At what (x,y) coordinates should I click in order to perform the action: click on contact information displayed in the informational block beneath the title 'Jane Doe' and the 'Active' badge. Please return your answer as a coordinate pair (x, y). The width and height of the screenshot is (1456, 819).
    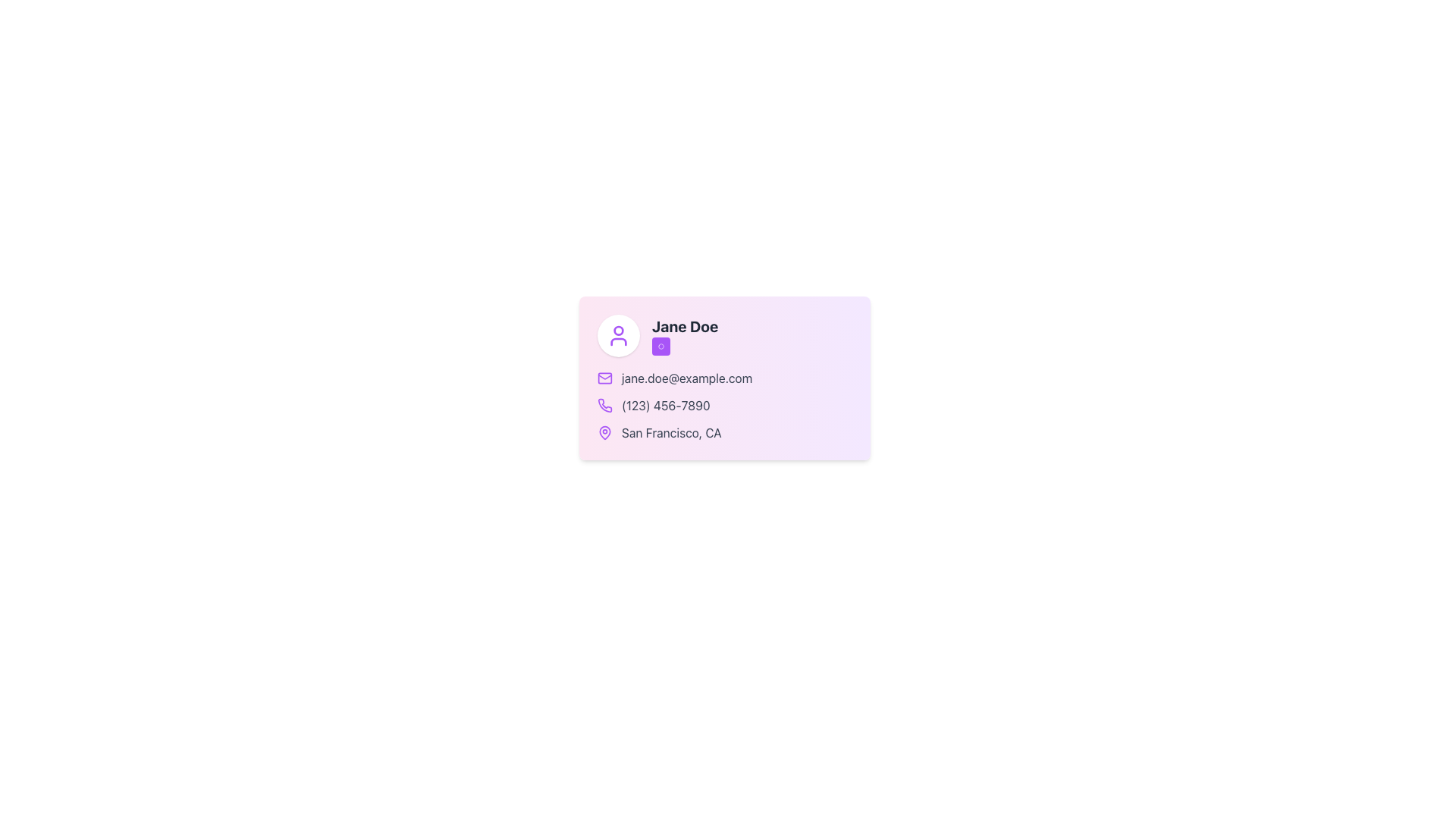
    Looking at the image, I should click on (723, 405).